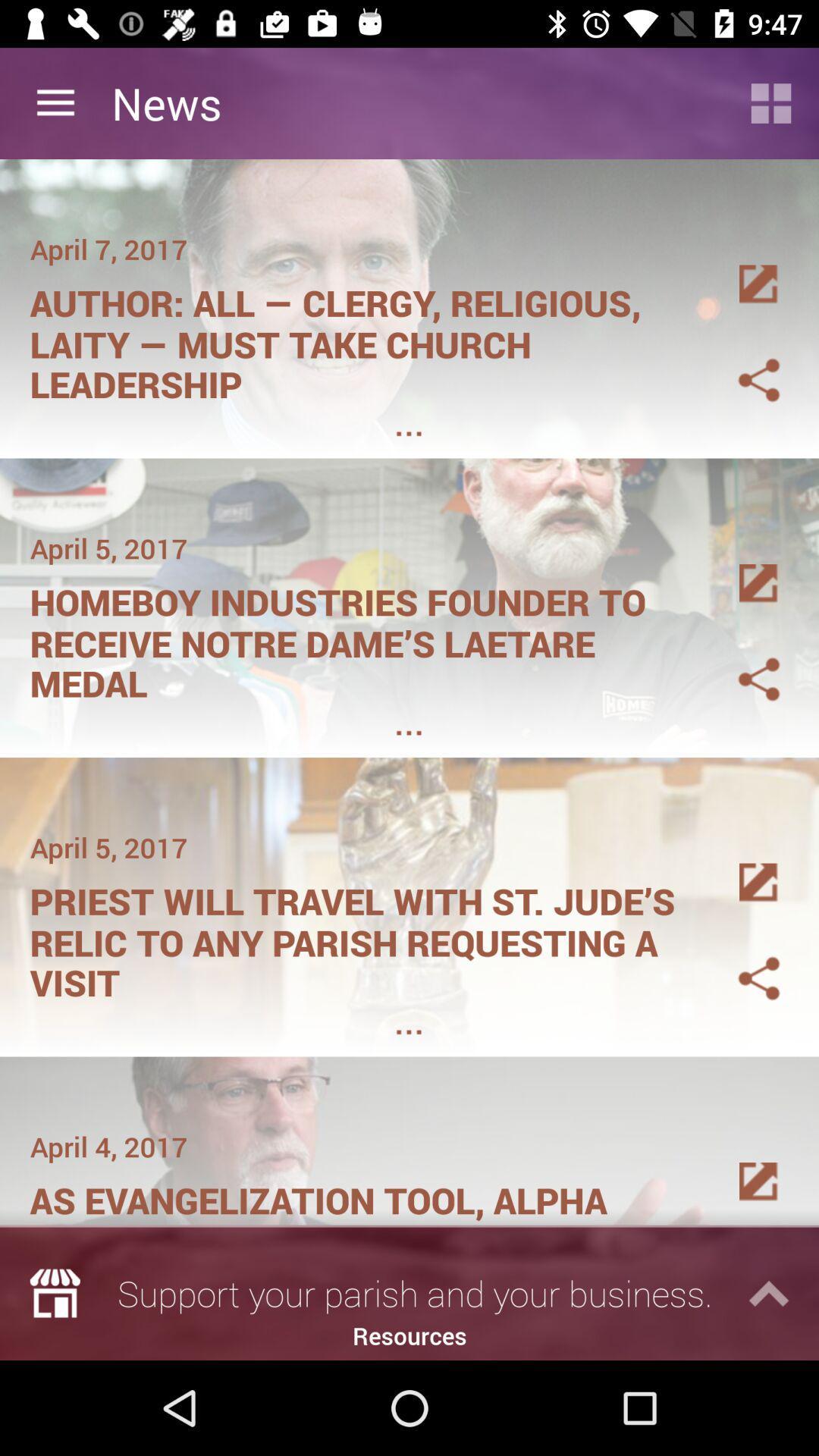  I want to click on item next to news item, so click(55, 102).